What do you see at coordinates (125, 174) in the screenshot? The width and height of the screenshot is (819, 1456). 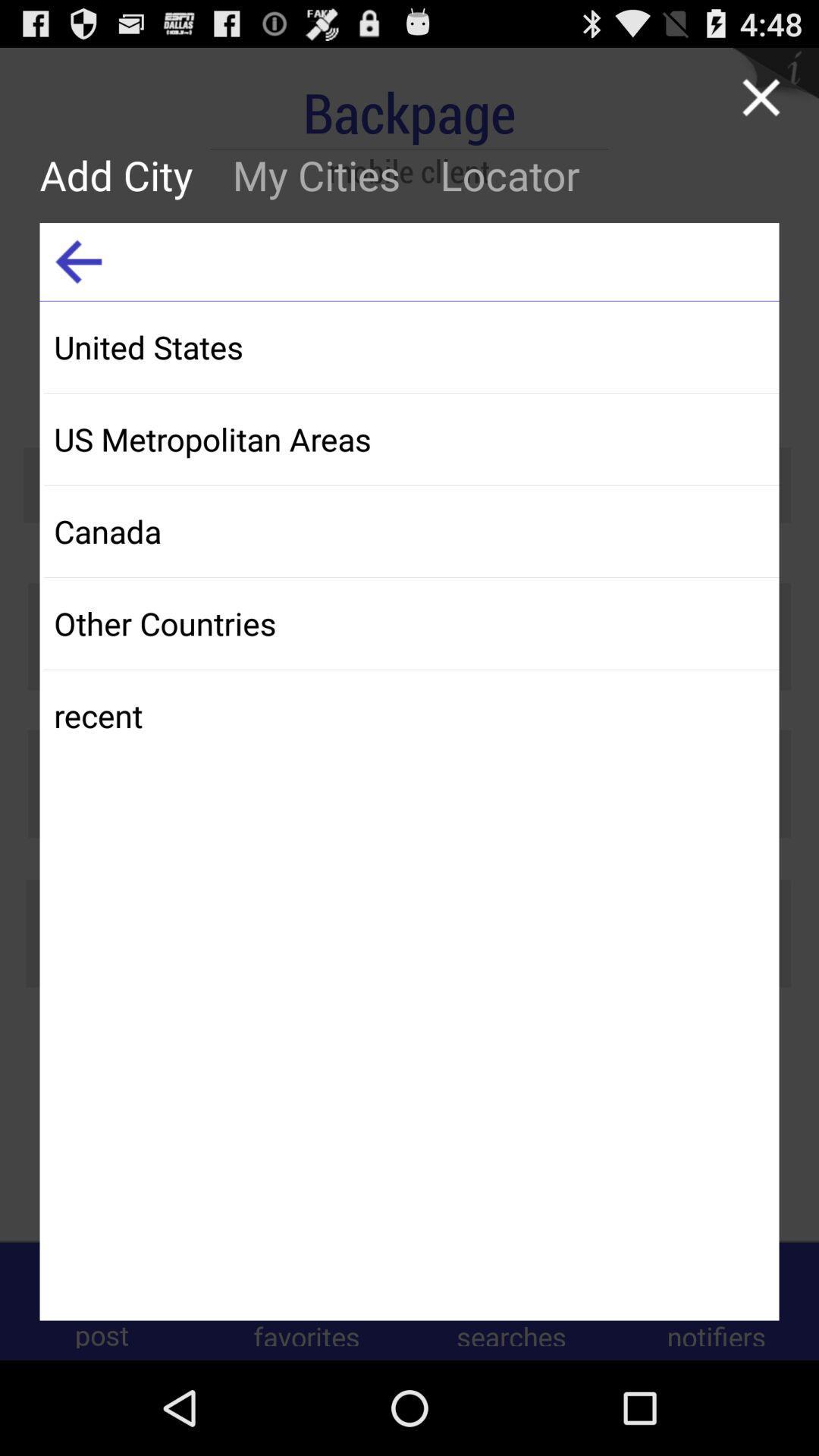 I see `button next to the my cities item` at bounding box center [125, 174].